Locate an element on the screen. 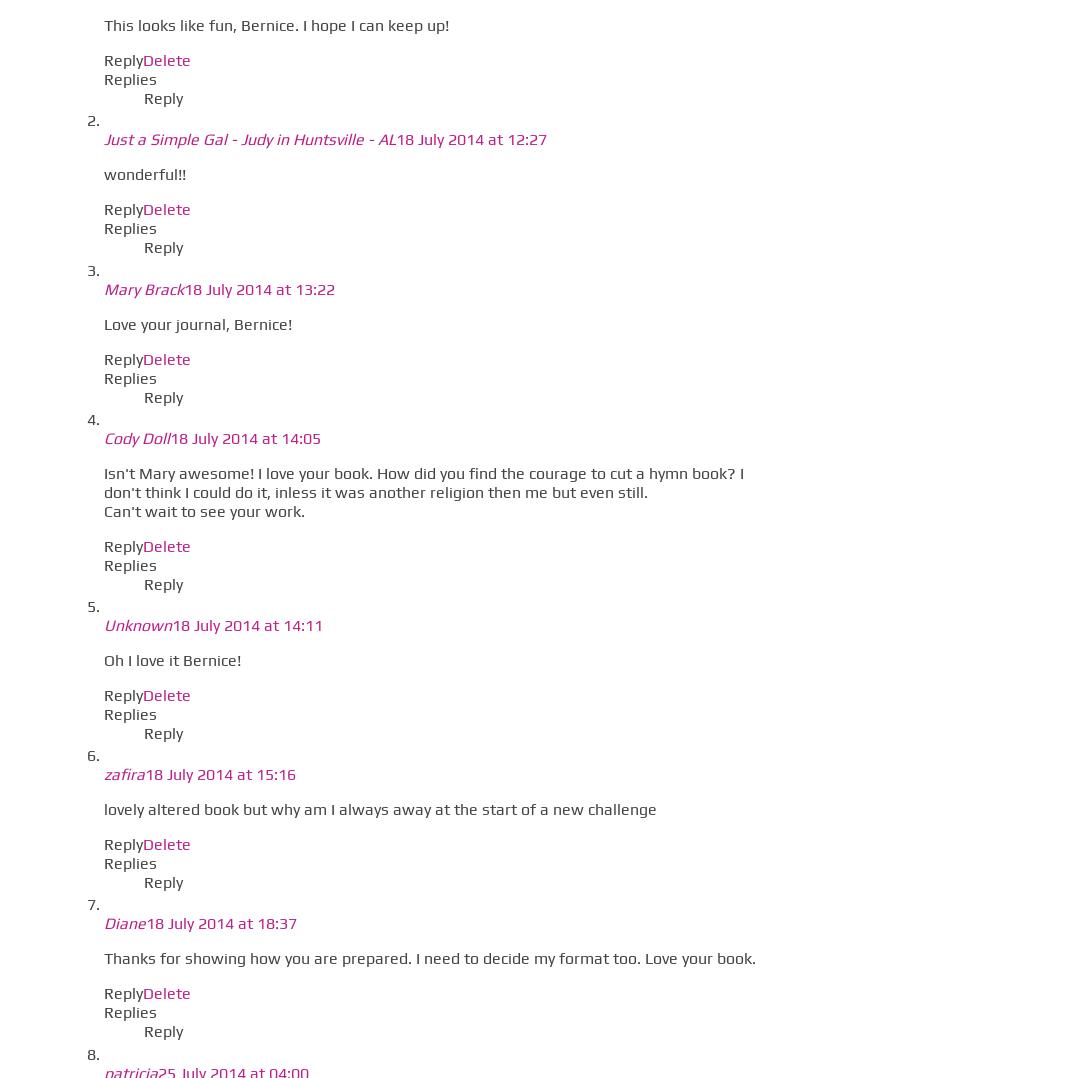  'Love your journal, Bernice!' is located at coordinates (198, 322).